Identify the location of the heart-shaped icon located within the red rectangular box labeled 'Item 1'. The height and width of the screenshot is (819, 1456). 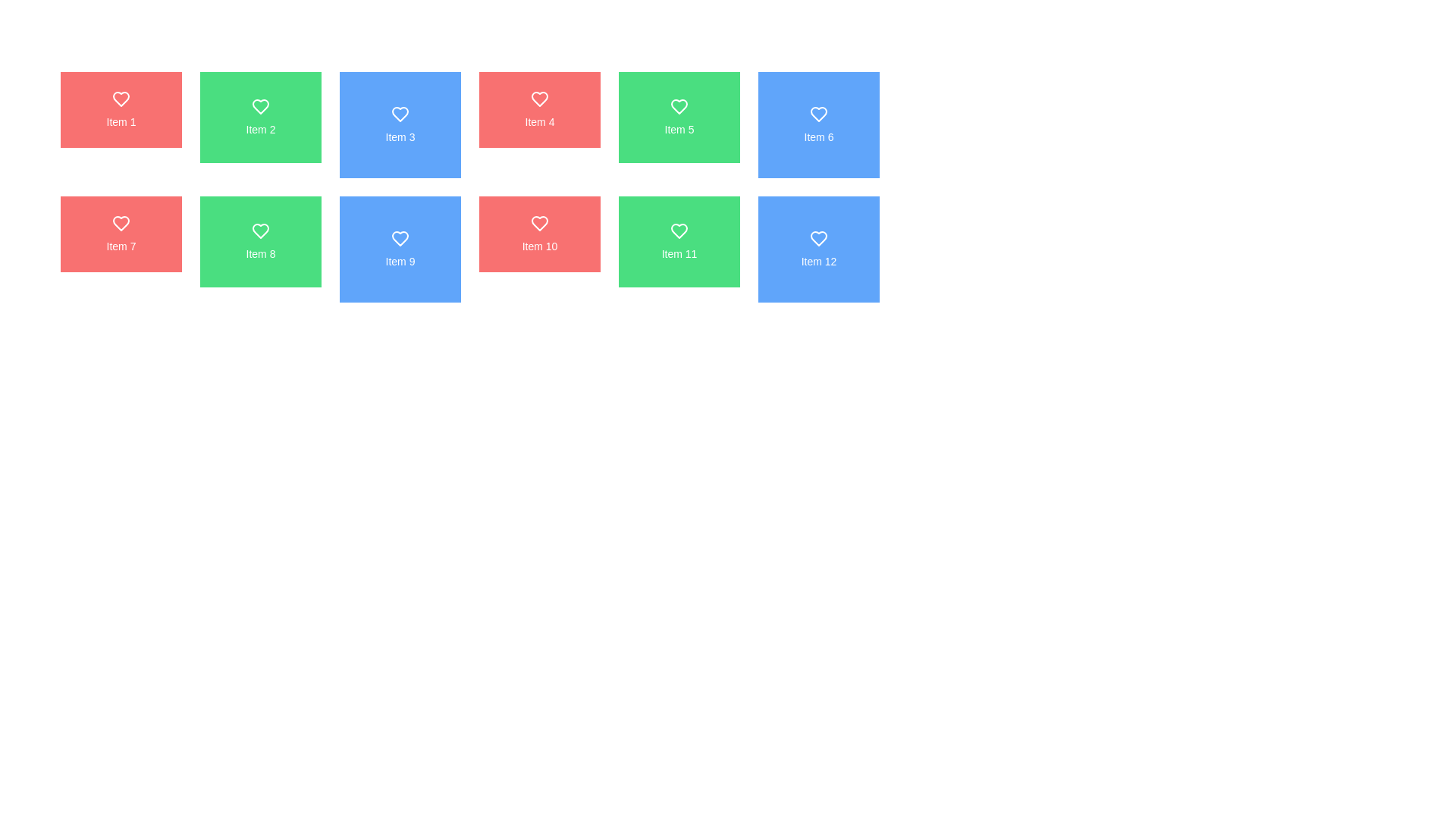
(120, 99).